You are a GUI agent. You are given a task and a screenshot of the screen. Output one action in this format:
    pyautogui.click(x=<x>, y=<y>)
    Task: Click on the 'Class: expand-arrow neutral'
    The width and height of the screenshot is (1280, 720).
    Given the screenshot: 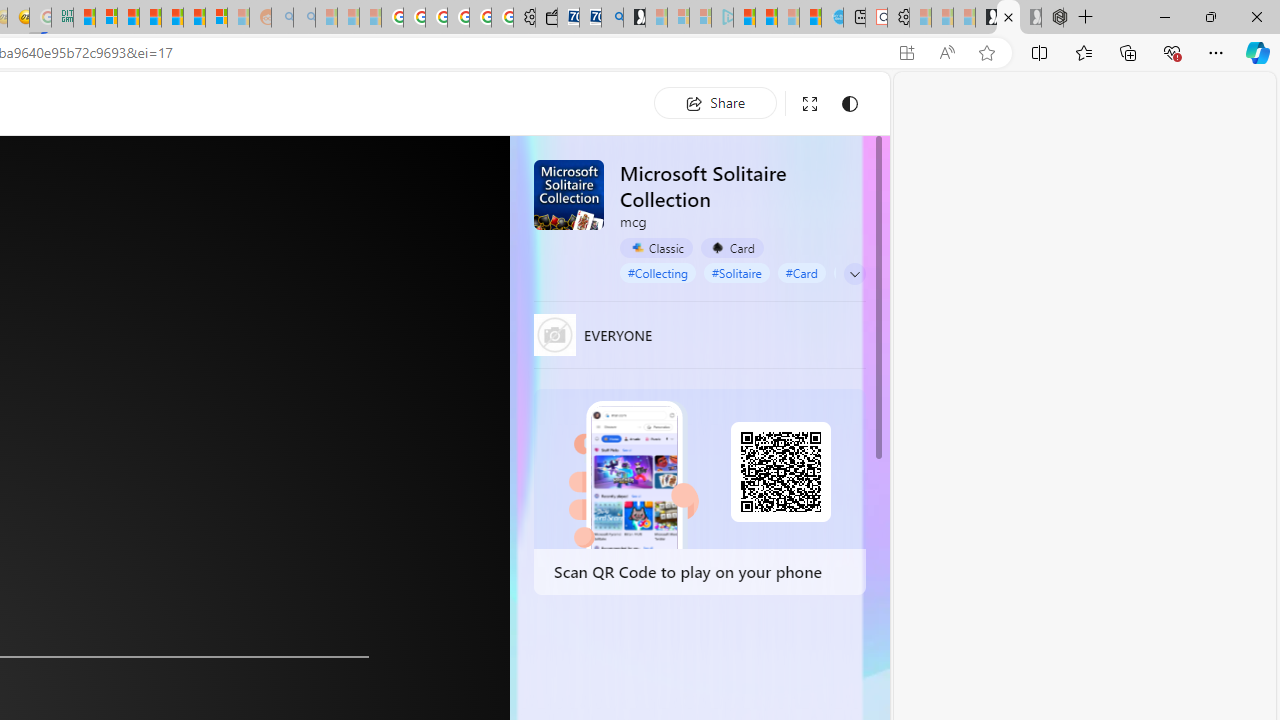 What is the action you would take?
    pyautogui.click(x=855, y=273)
    